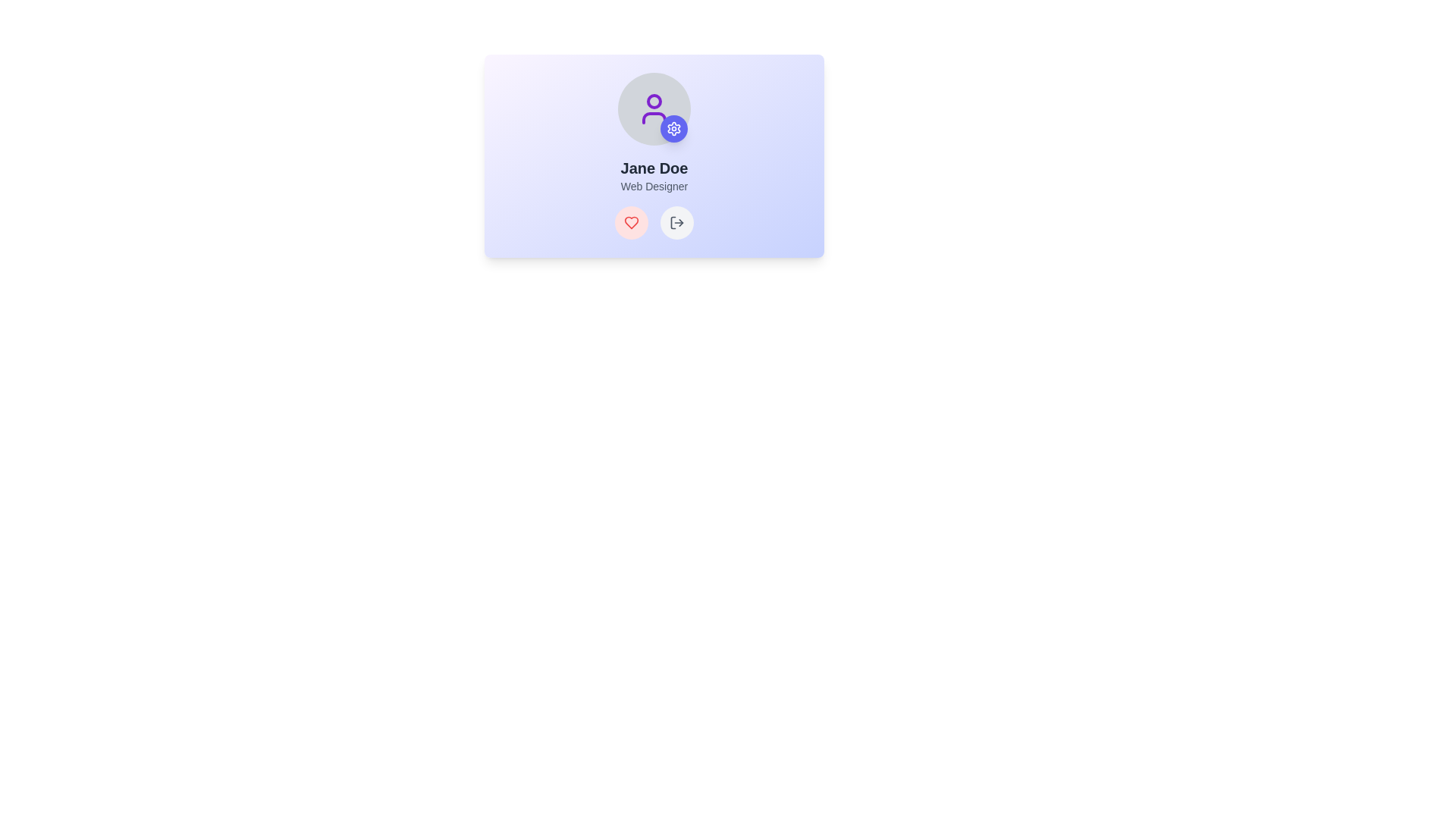 The image size is (1456, 819). What do you see at coordinates (673, 127) in the screenshot?
I see `the settings icon located at the bottom-right corner of a card component` at bounding box center [673, 127].